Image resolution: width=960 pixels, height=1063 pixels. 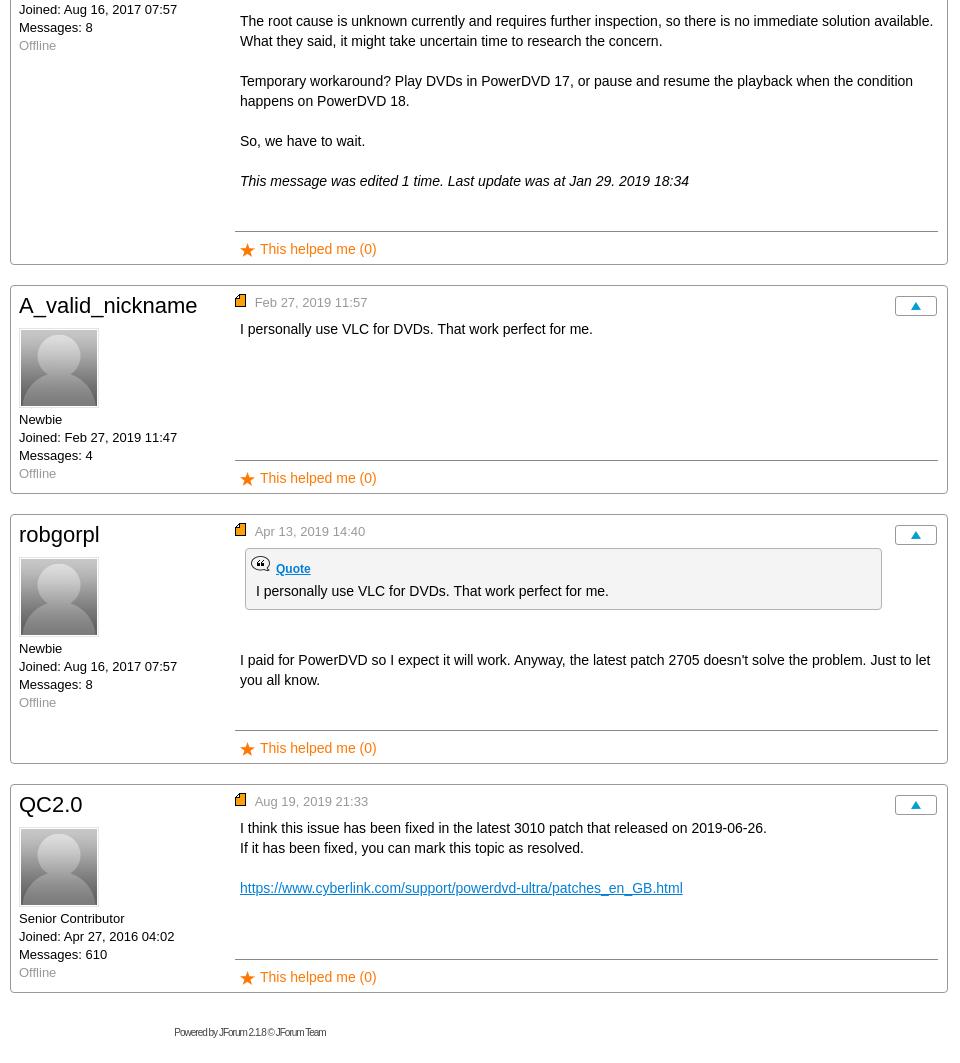 What do you see at coordinates (291, 568) in the screenshot?
I see `'Quote'` at bounding box center [291, 568].